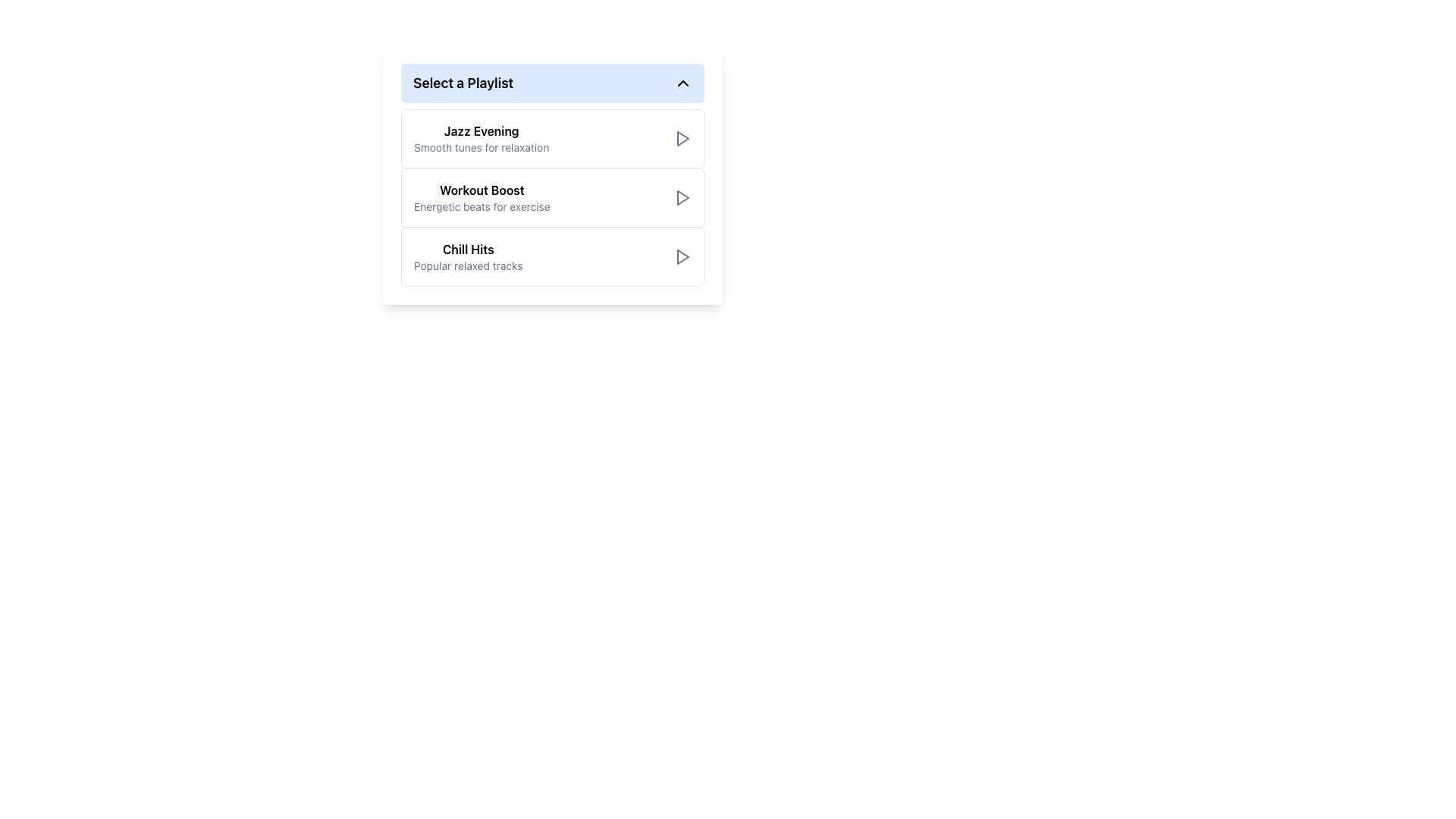 The height and width of the screenshot is (819, 1456). Describe the element at coordinates (552, 197) in the screenshot. I see `the 'Workout Boost' playlist button, which is the second item in a vertical list of playlist options, located directly below 'Jazz Evening'` at that location.